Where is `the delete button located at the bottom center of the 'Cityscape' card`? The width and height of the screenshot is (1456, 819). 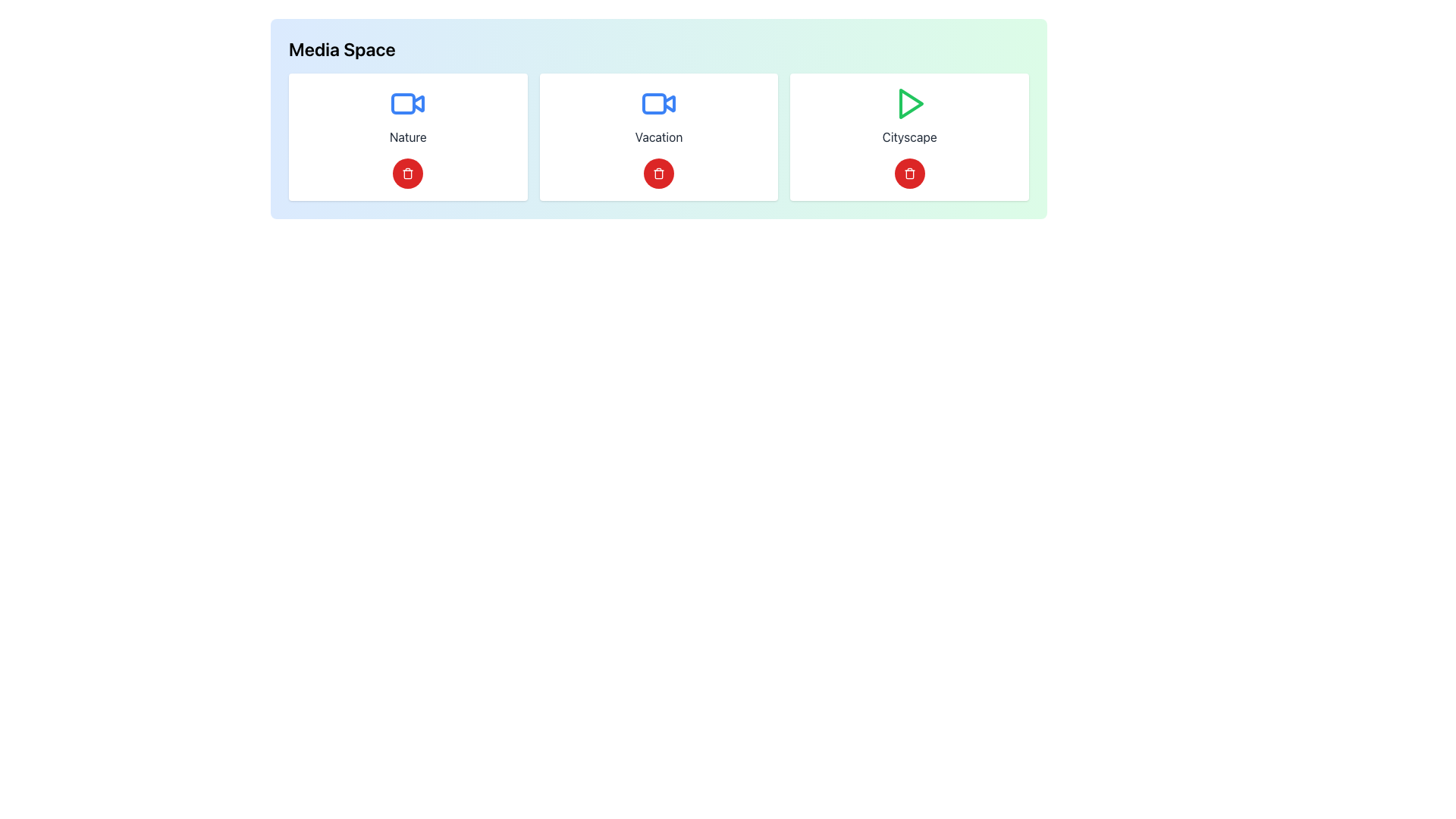
the delete button located at the bottom center of the 'Cityscape' card is located at coordinates (909, 172).